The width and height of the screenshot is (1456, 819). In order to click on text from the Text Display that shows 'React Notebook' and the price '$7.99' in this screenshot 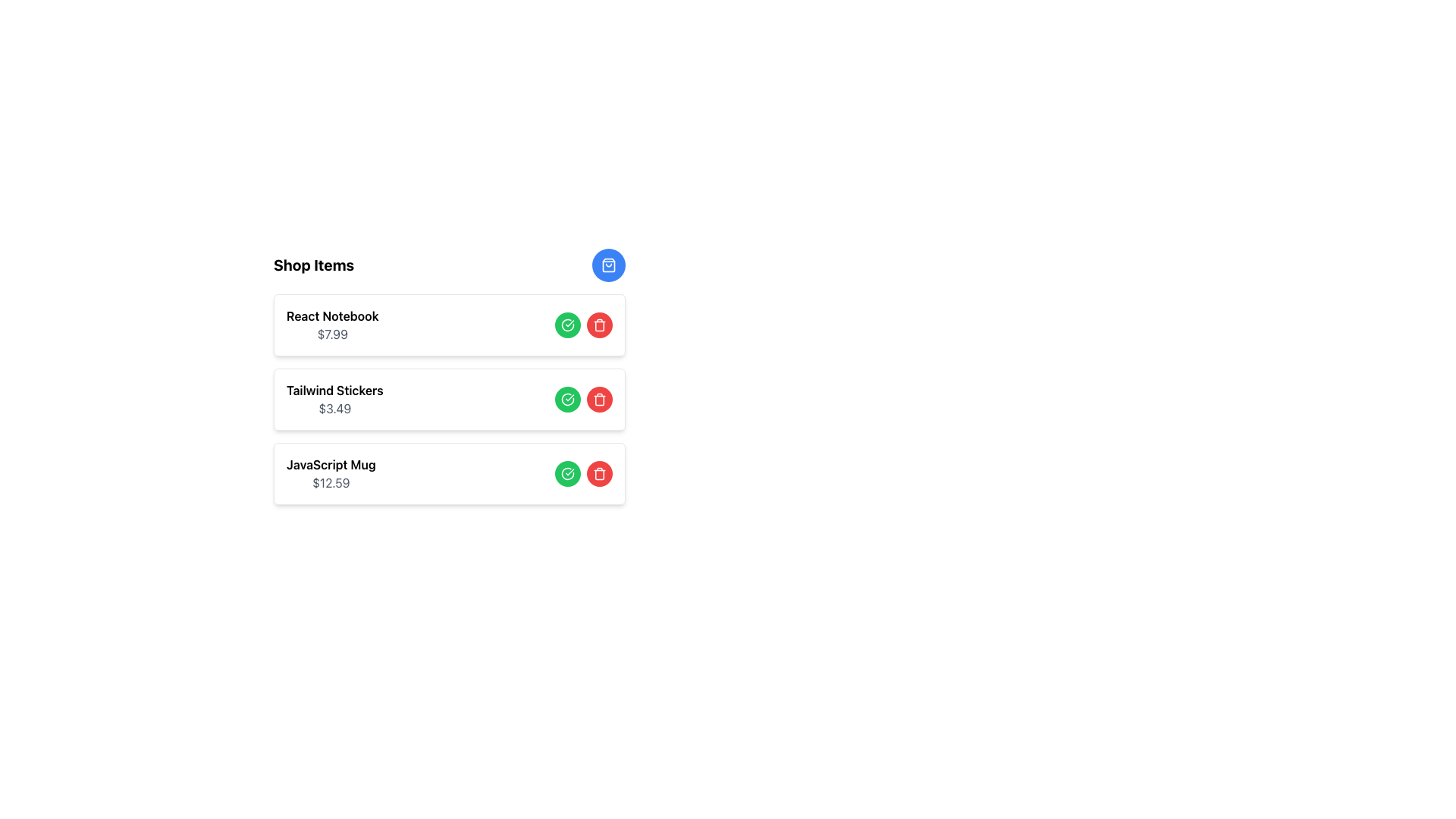, I will do `click(331, 324)`.